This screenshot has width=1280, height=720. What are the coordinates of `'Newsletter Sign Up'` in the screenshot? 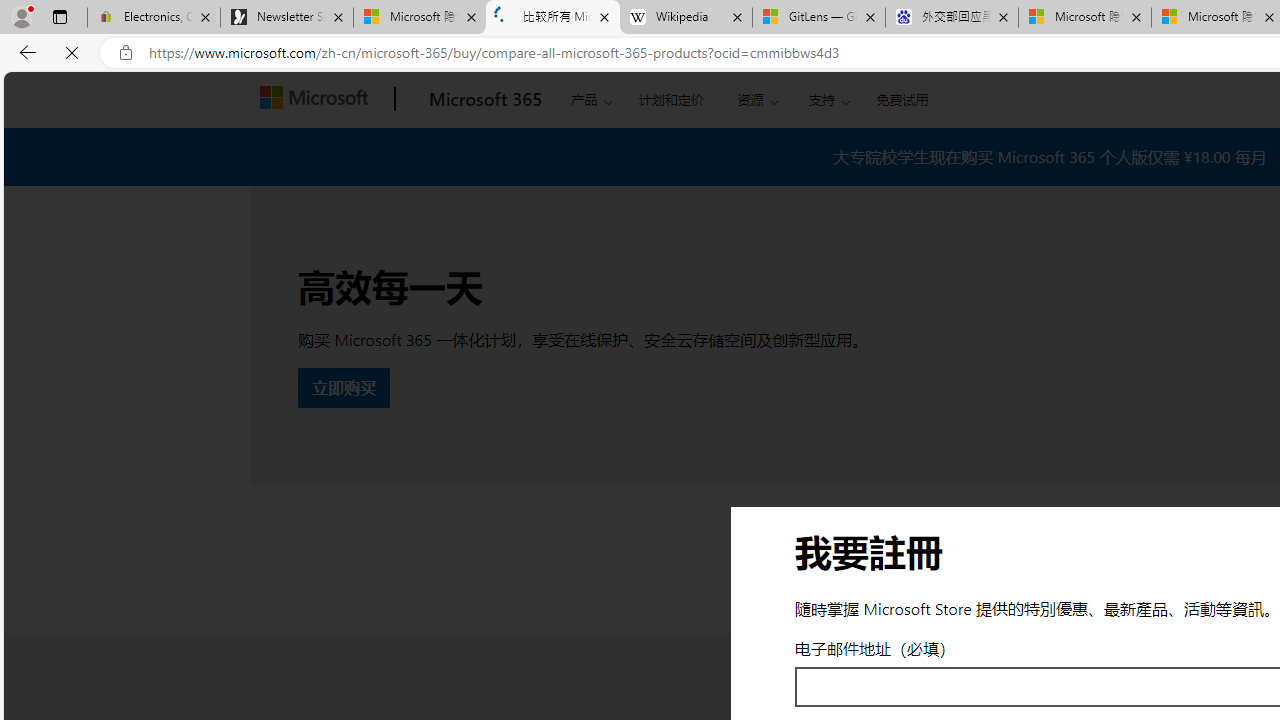 It's located at (286, 17).